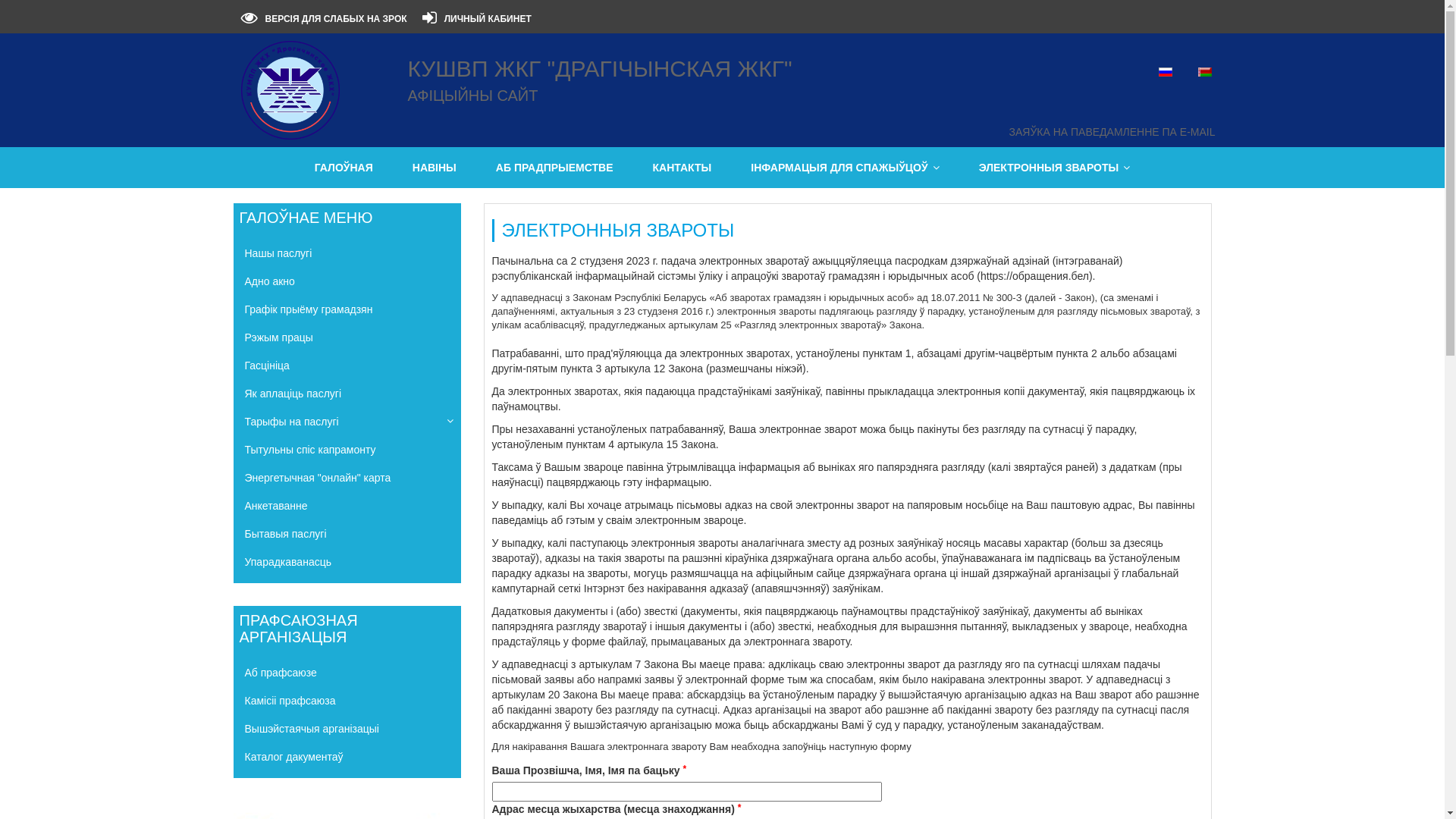 The height and width of the screenshot is (819, 1456). I want to click on 'Belarusian (be-BY)', so click(1203, 72).